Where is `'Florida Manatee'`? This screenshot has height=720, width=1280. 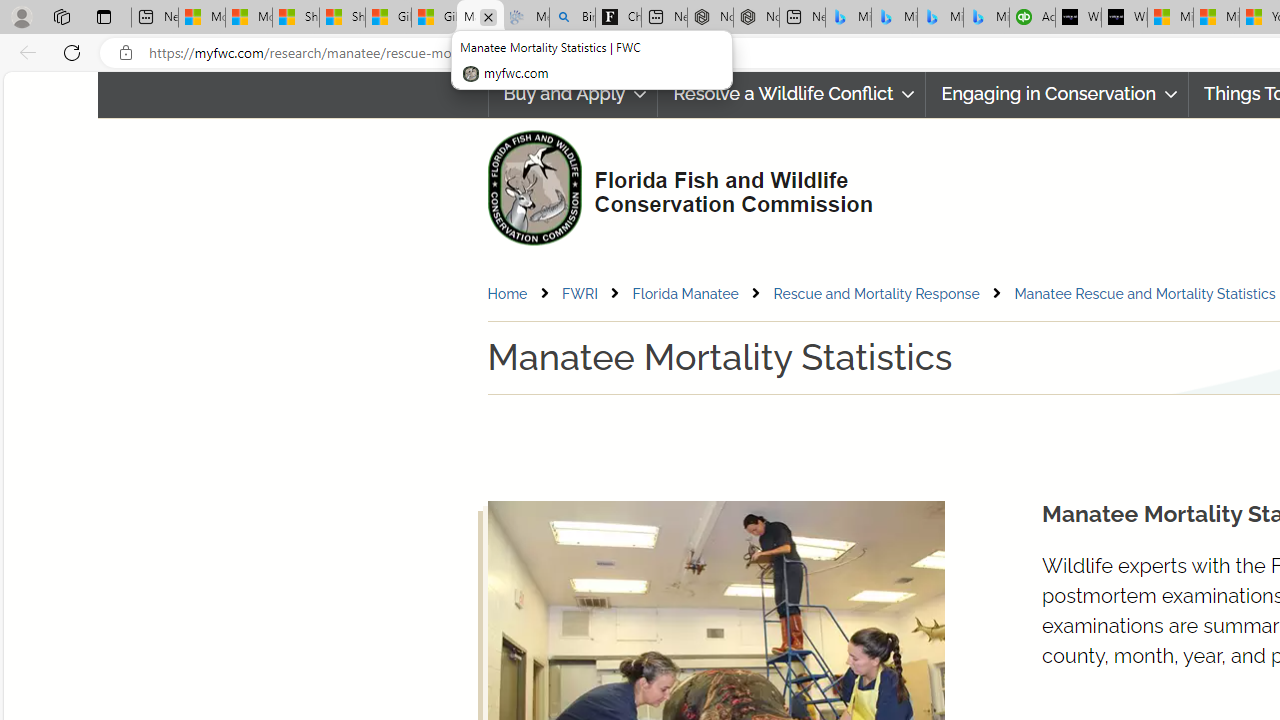 'Florida Manatee' is located at coordinates (701, 293).